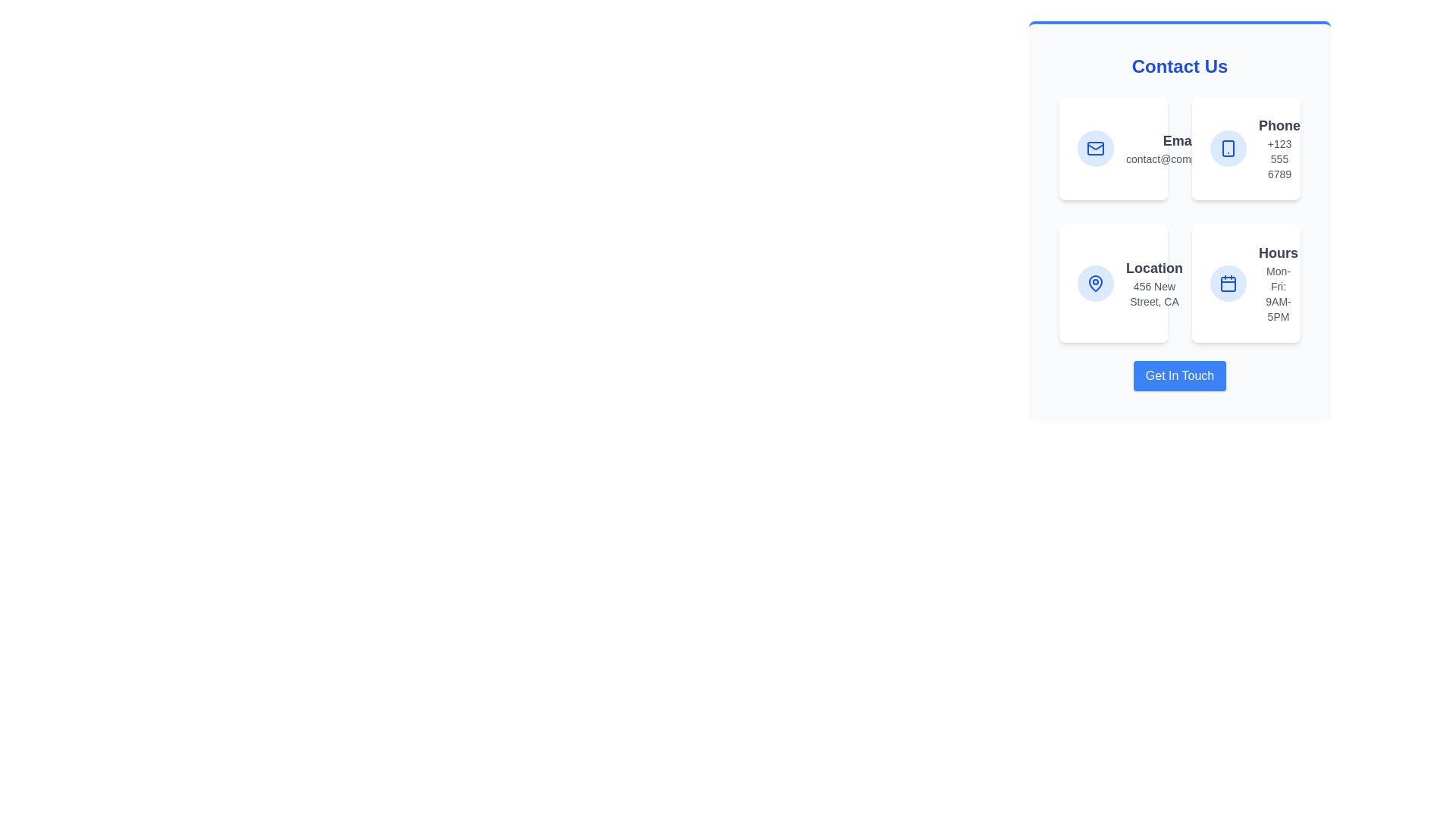 The height and width of the screenshot is (819, 1456). Describe the element at coordinates (1228, 284) in the screenshot. I see `the 'Hours' icon located in the bottom right corner of the contact options grid, which visually represents the 'Hours' section` at that location.